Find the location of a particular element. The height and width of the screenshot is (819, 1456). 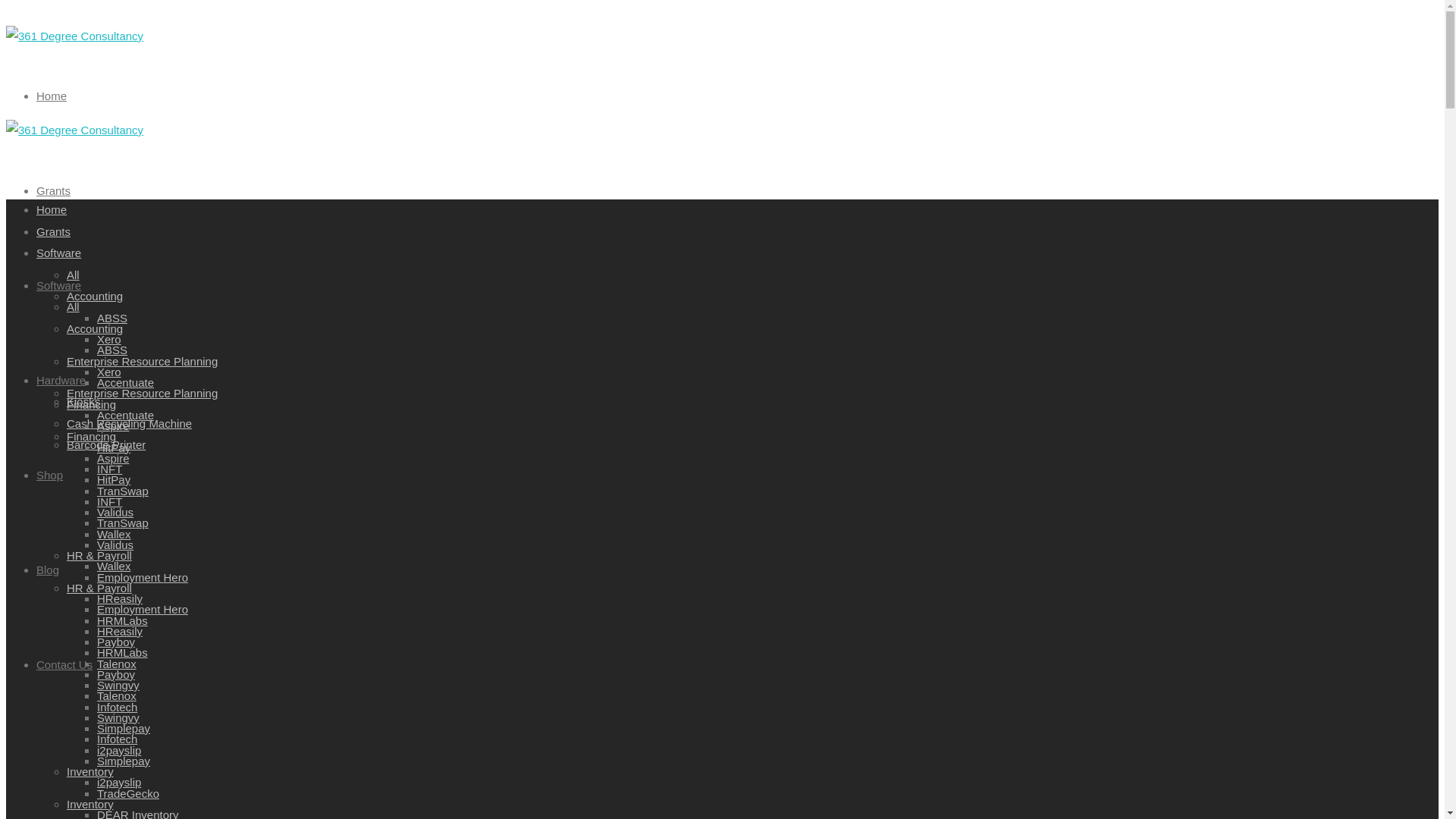

'Validus' is located at coordinates (115, 512).